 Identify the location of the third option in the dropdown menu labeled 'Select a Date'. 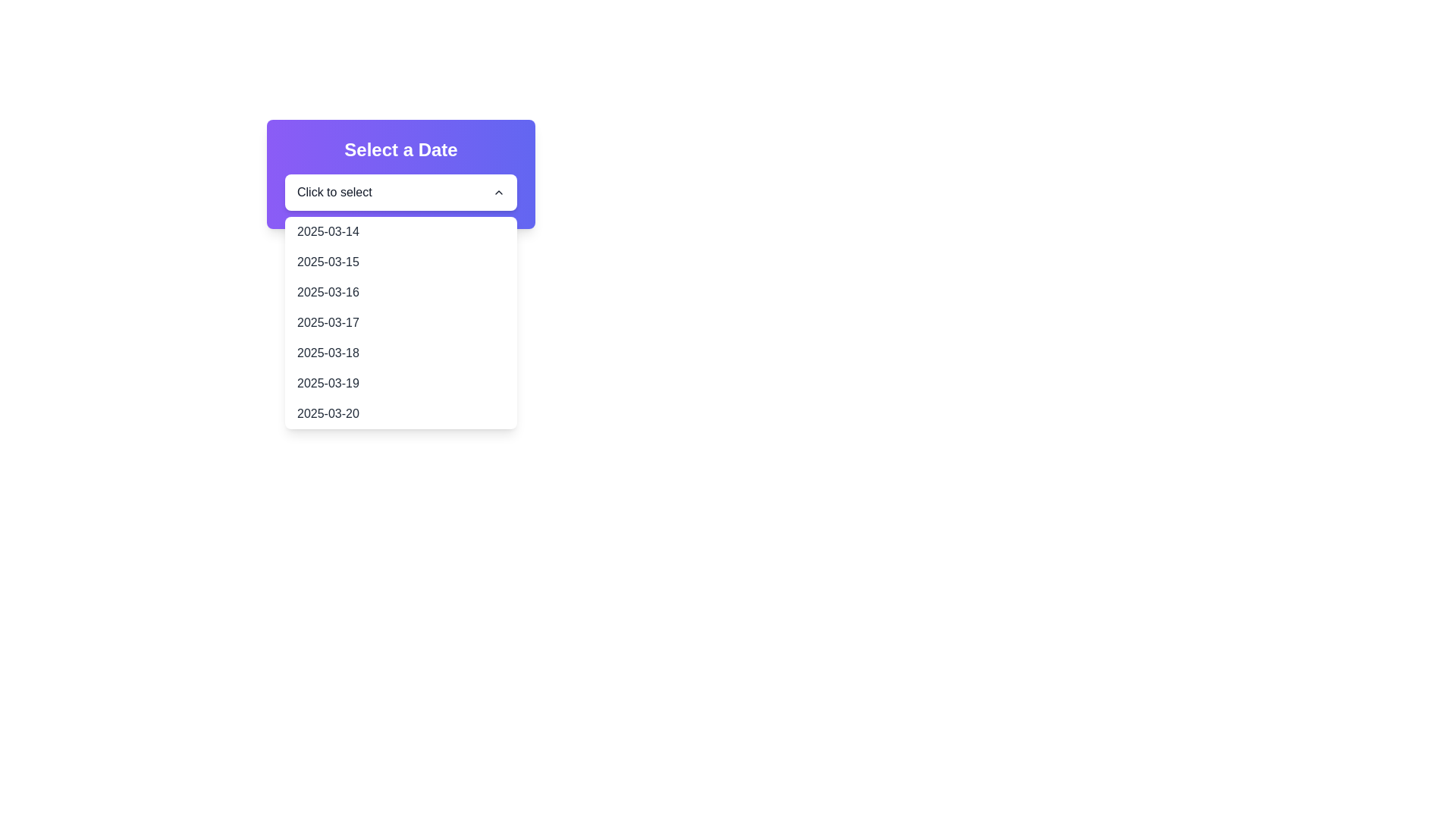
(400, 292).